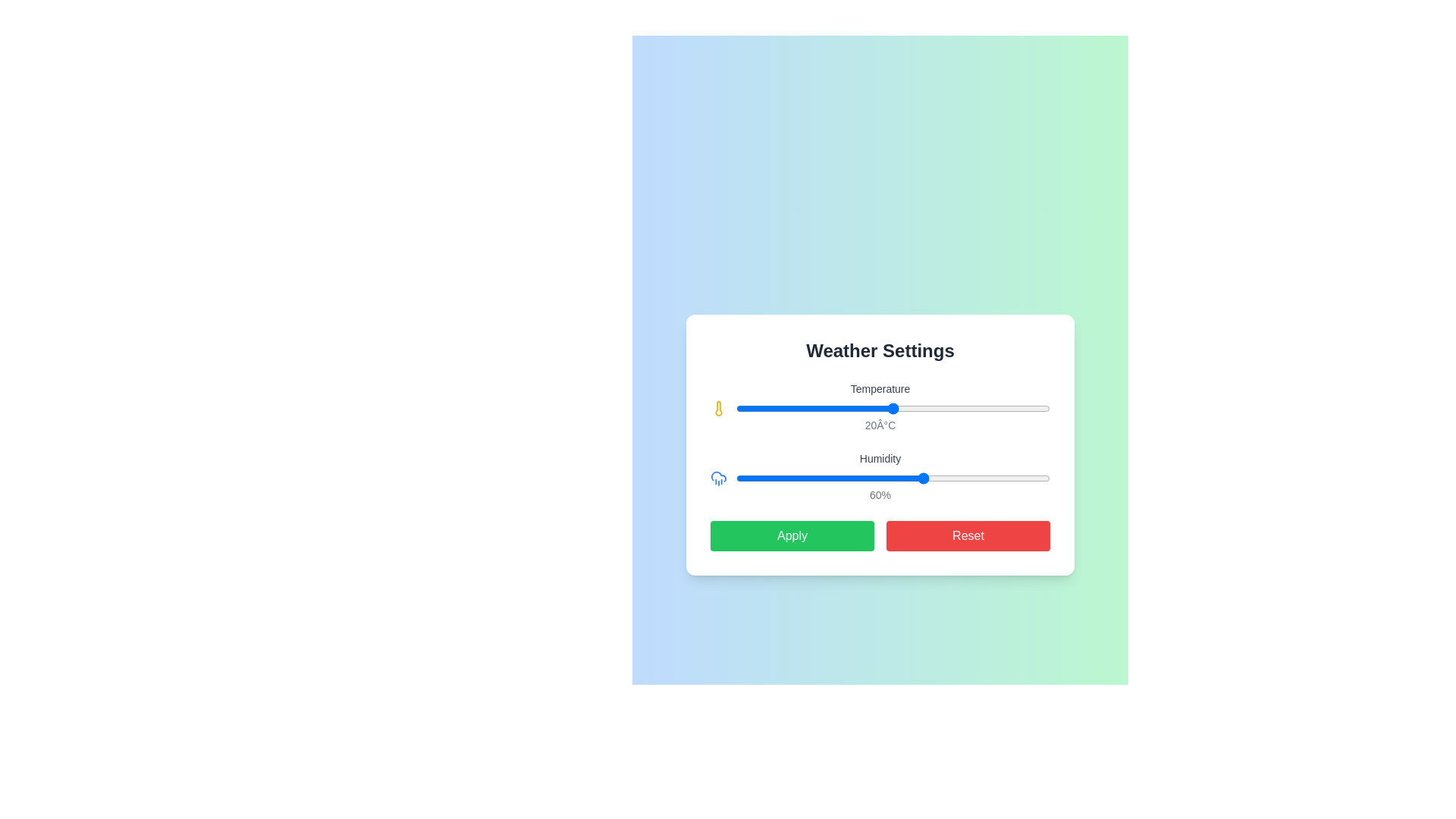 Image resolution: width=1456 pixels, height=819 pixels. Describe the element at coordinates (1031, 479) in the screenshot. I see `humidity` at that location.